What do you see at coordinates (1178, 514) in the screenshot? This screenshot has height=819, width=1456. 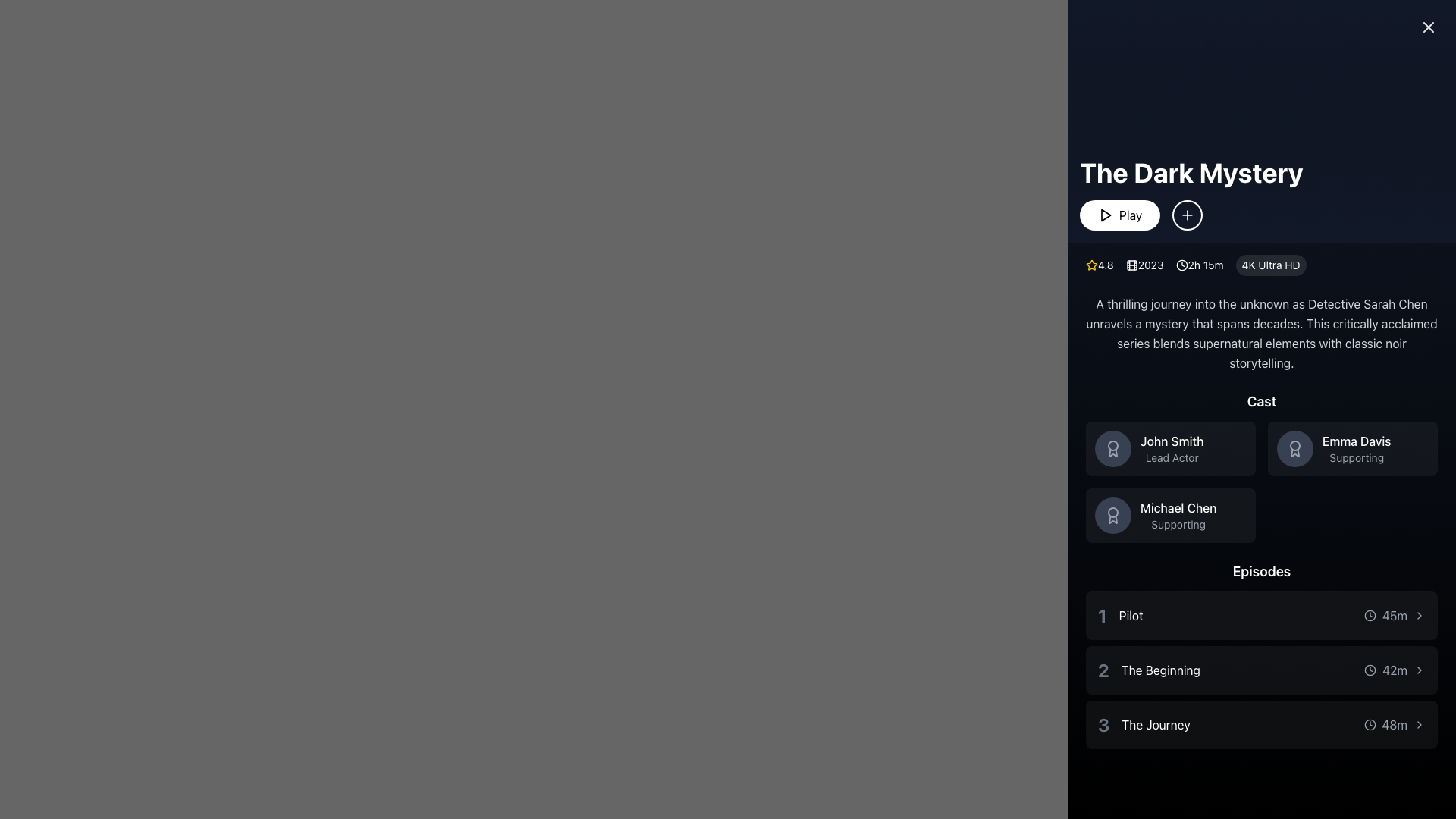 I see `the Text Display element that shows the name 'Michael Chen' and the role 'Supporting' in the 'Cast' section` at bounding box center [1178, 514].